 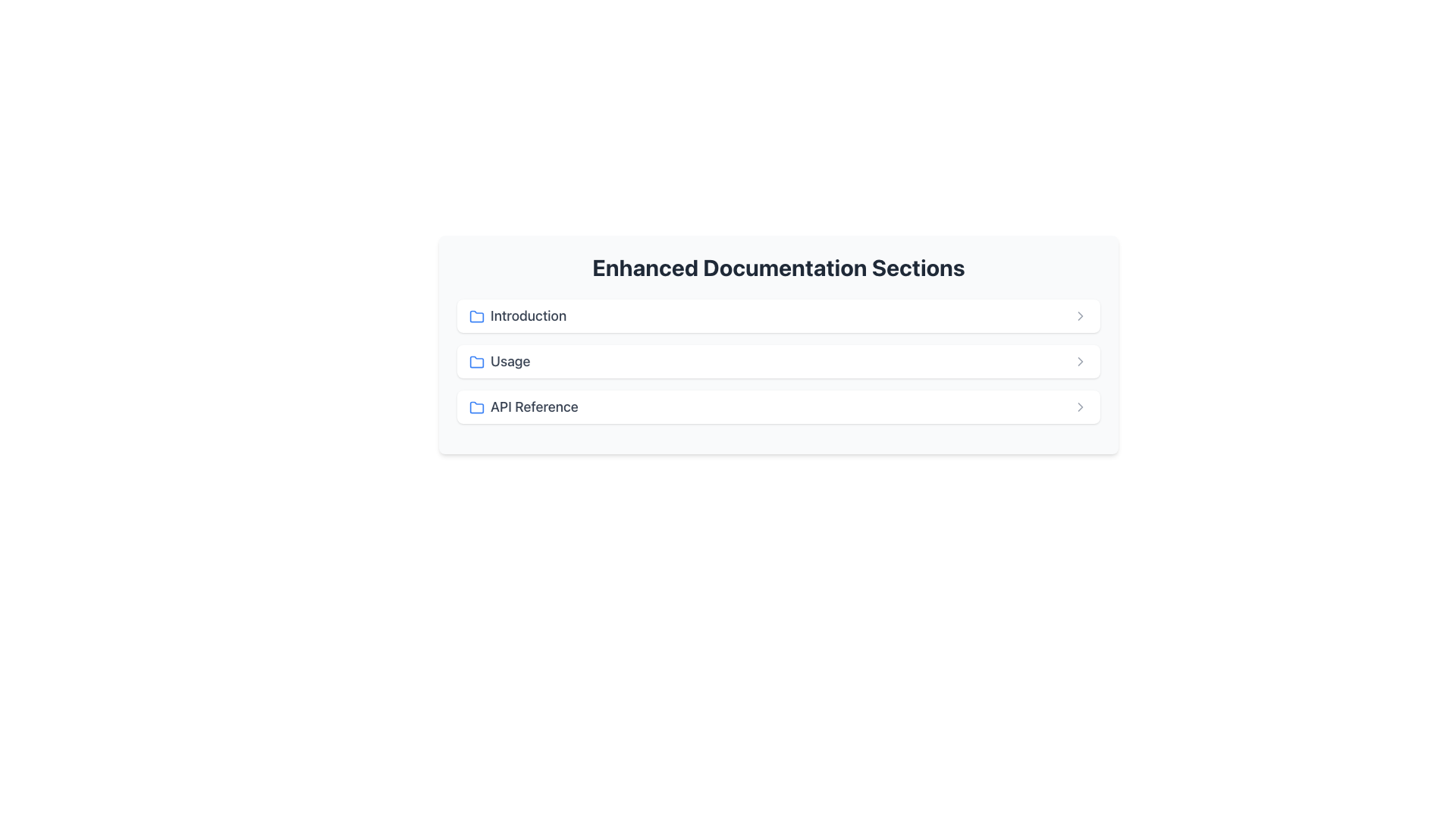 What do you see at coordinates (1080, 315) in the screenshot?
I see `the right-facing chevron arrow icon, which is part of the navigational components and located to the right of the 'Introduction' list item` at bounding box center [1080, 315].